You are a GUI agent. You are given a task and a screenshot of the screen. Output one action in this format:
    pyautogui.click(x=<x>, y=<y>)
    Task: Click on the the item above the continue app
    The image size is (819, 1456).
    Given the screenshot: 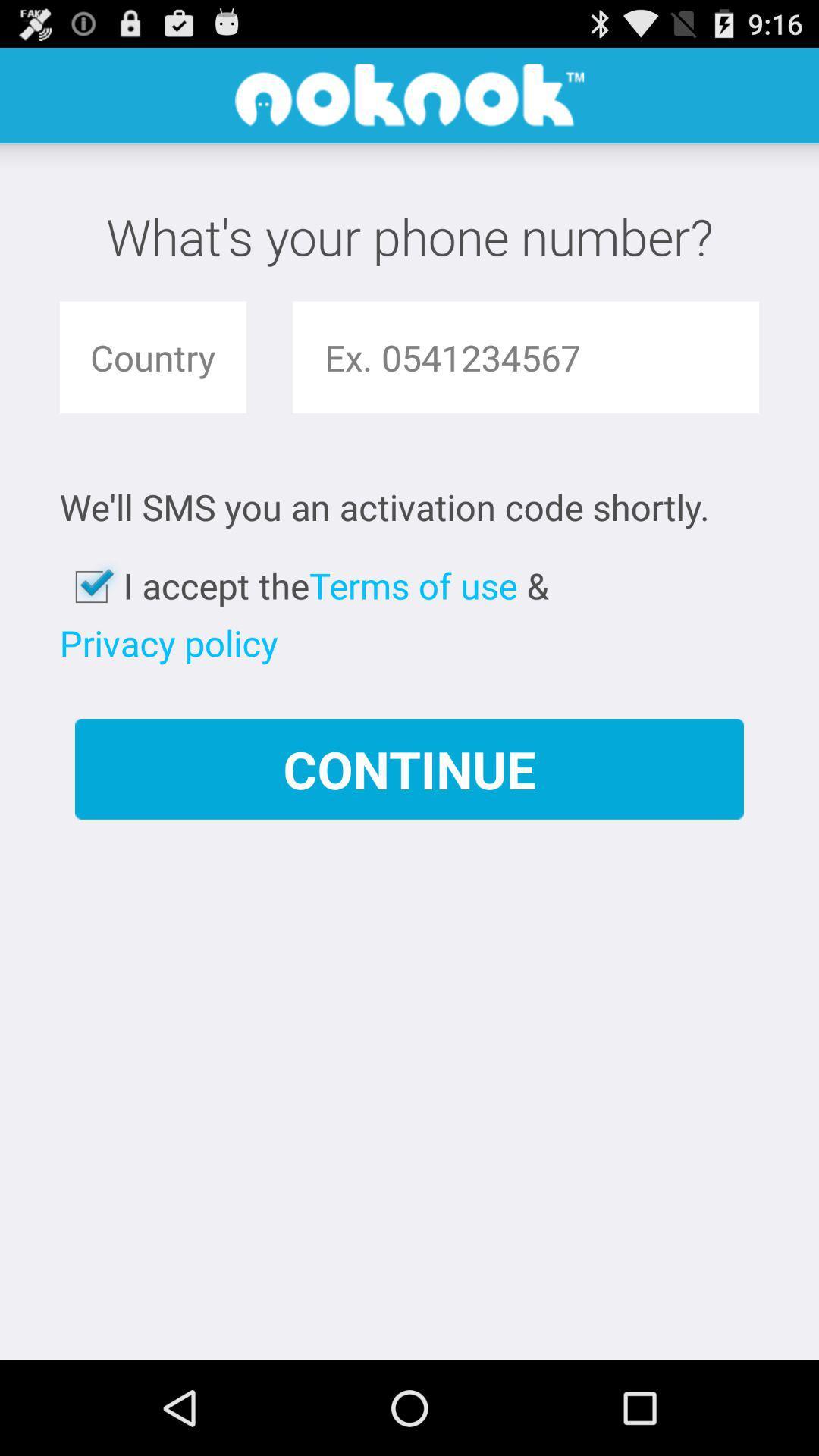 What is the action you would take?
    pyautogui.click(x=168, y=642)
    